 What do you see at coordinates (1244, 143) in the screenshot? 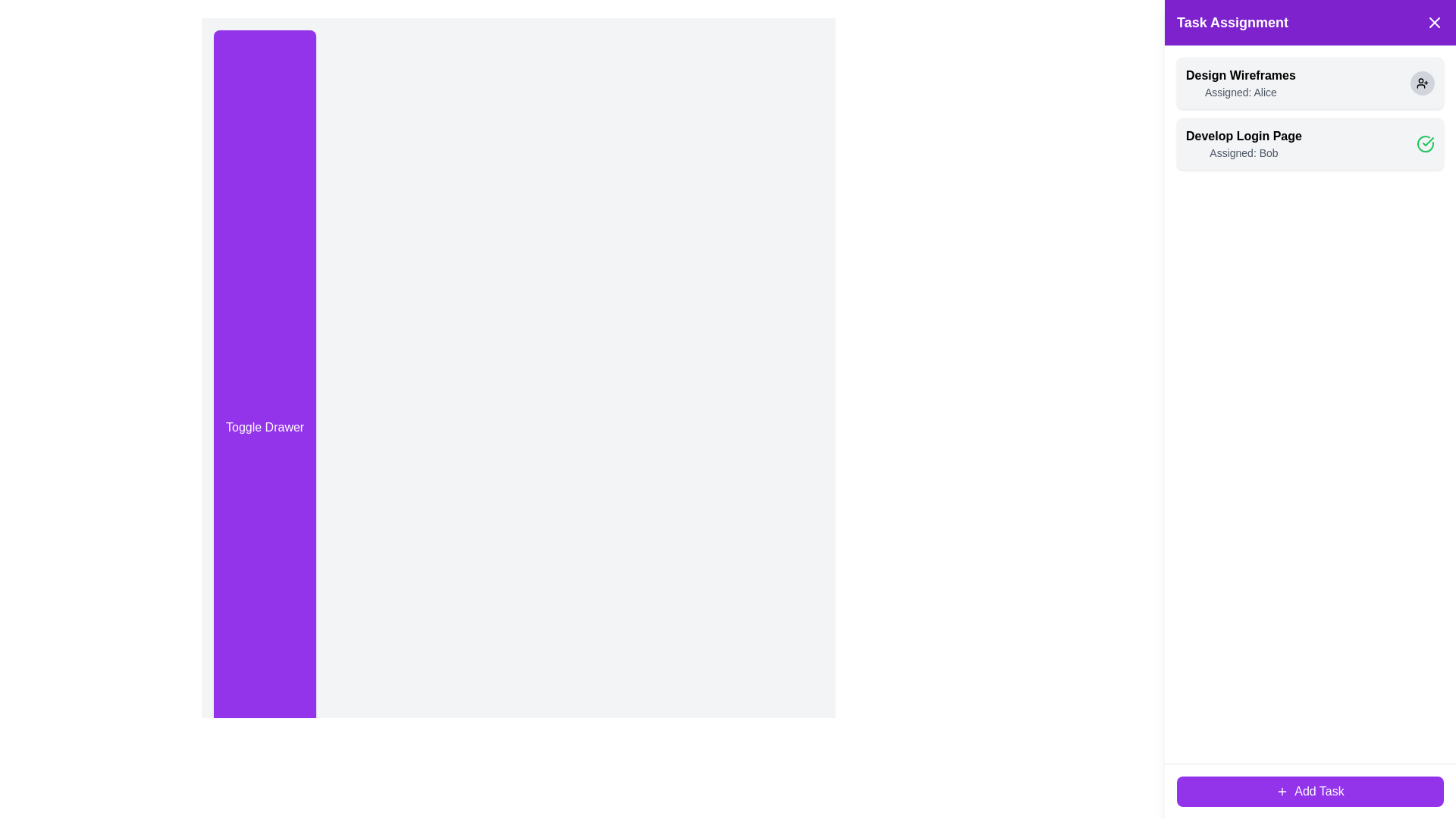
I see `the Text display component that shows 'Develop Login Page' and 'Assigned: Bob' within the right-hand sidebar labeled 'Task Assignment'` at bounding box center [1244, 143].